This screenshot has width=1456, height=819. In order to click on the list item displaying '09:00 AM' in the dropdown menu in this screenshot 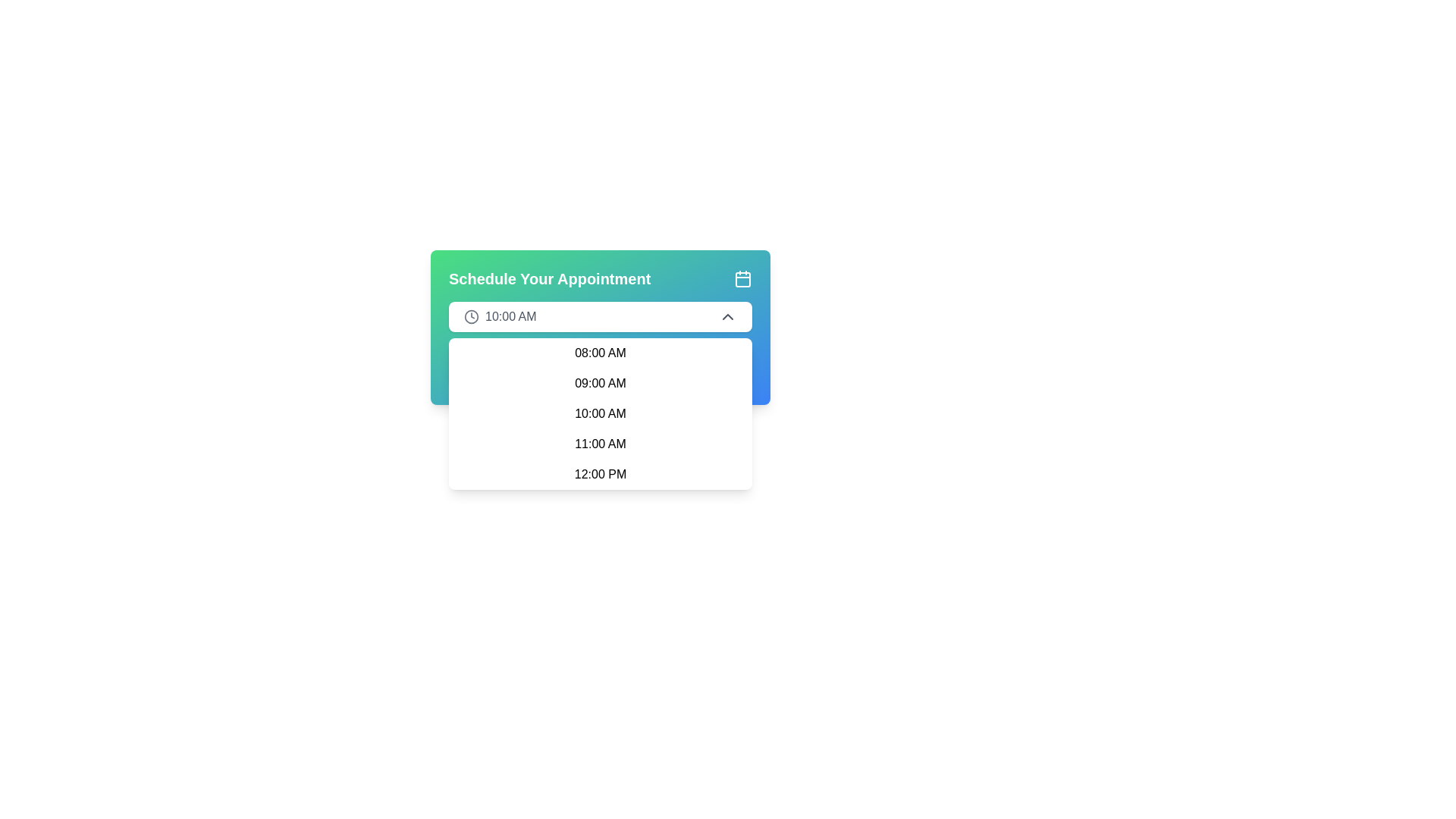, I will do `click(600, 382)`.